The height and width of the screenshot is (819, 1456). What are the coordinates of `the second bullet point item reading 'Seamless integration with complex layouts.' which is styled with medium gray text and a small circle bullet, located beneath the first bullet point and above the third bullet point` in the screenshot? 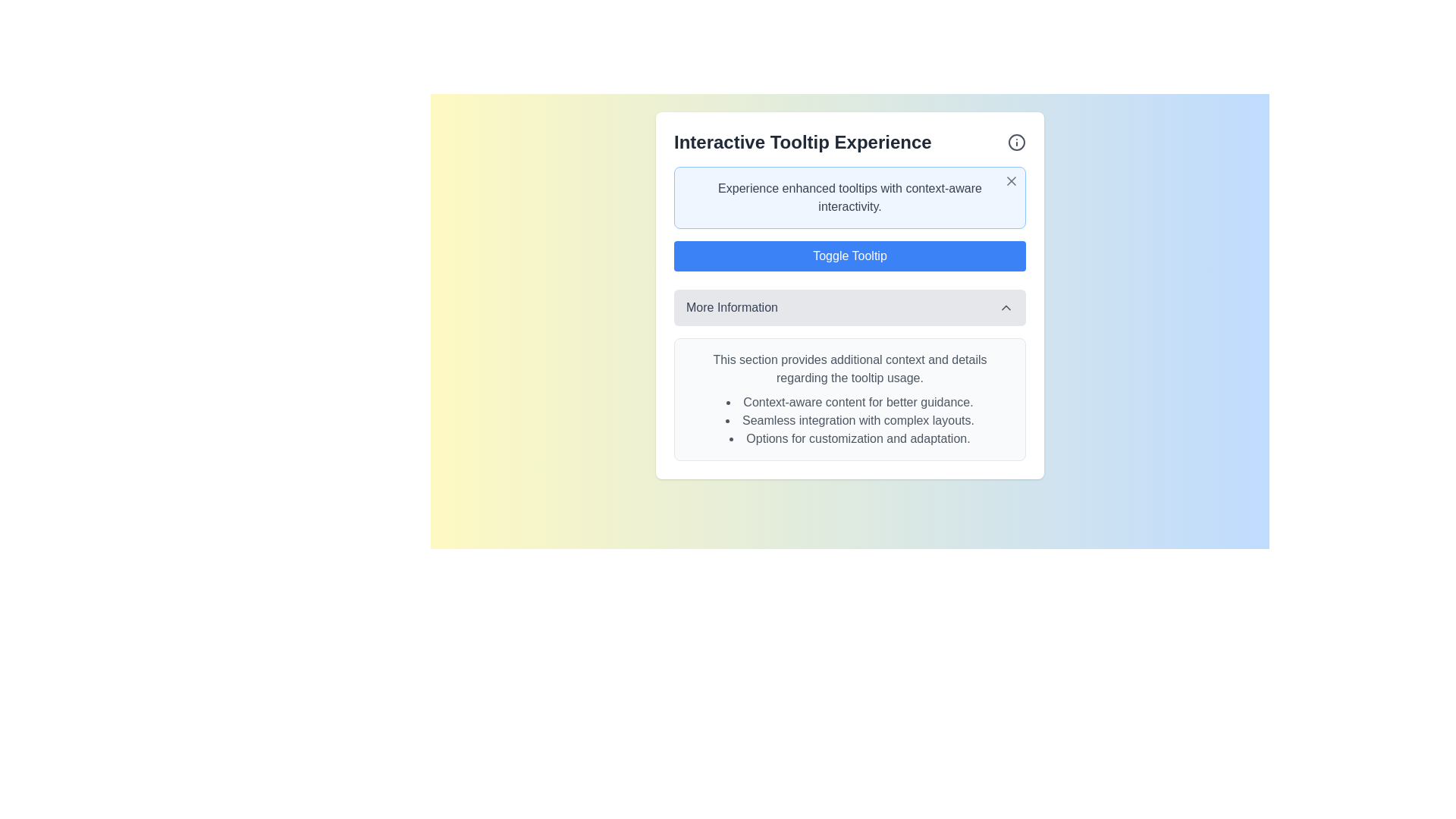 It's located at (850, 421).